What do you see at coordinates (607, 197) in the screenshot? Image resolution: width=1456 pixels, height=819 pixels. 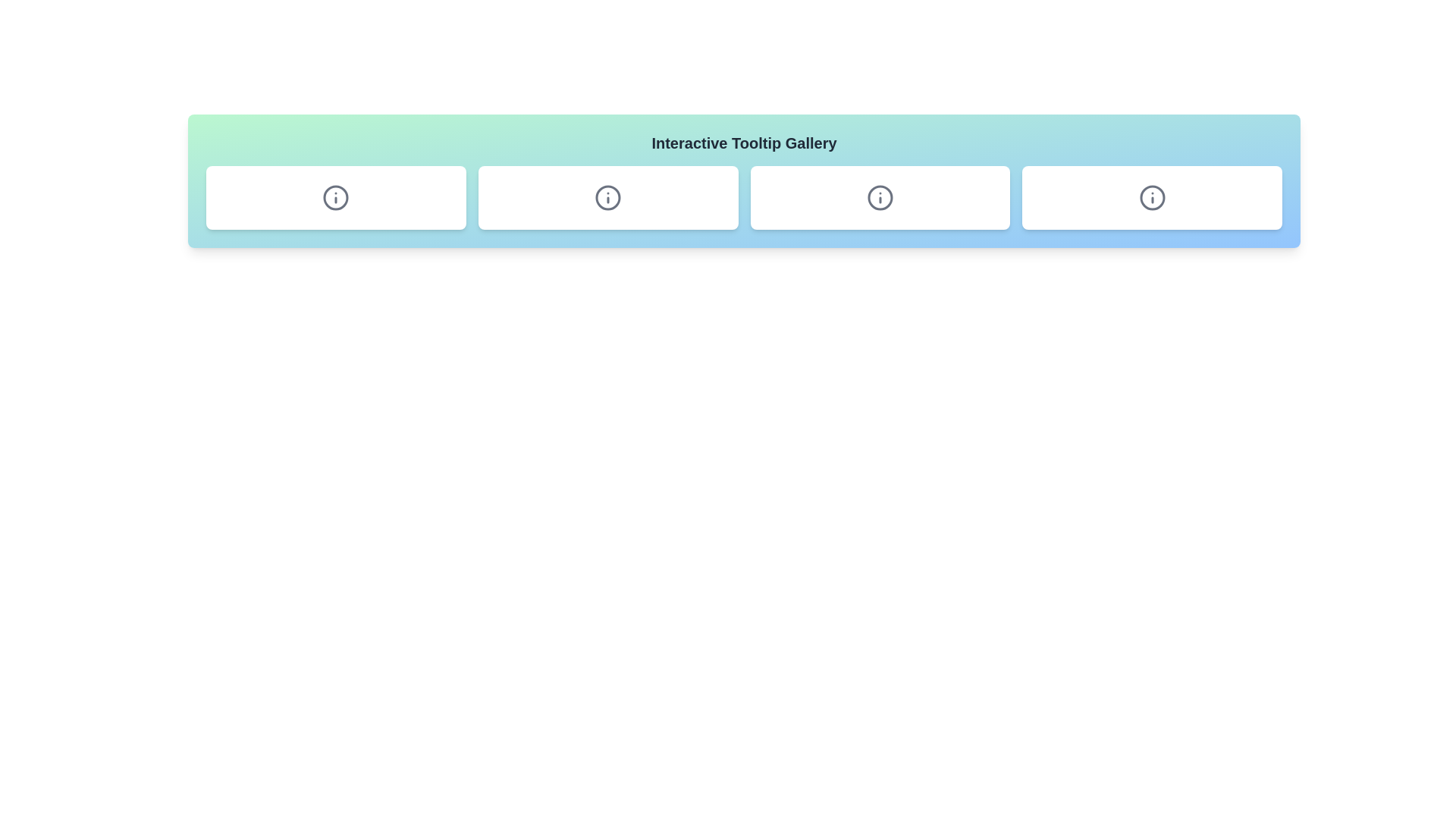 I see `the interactive information icon with an 'i' symbol, which is the second icon in a grid of four, to initiate further interaction` at bounding box center [607, 197].